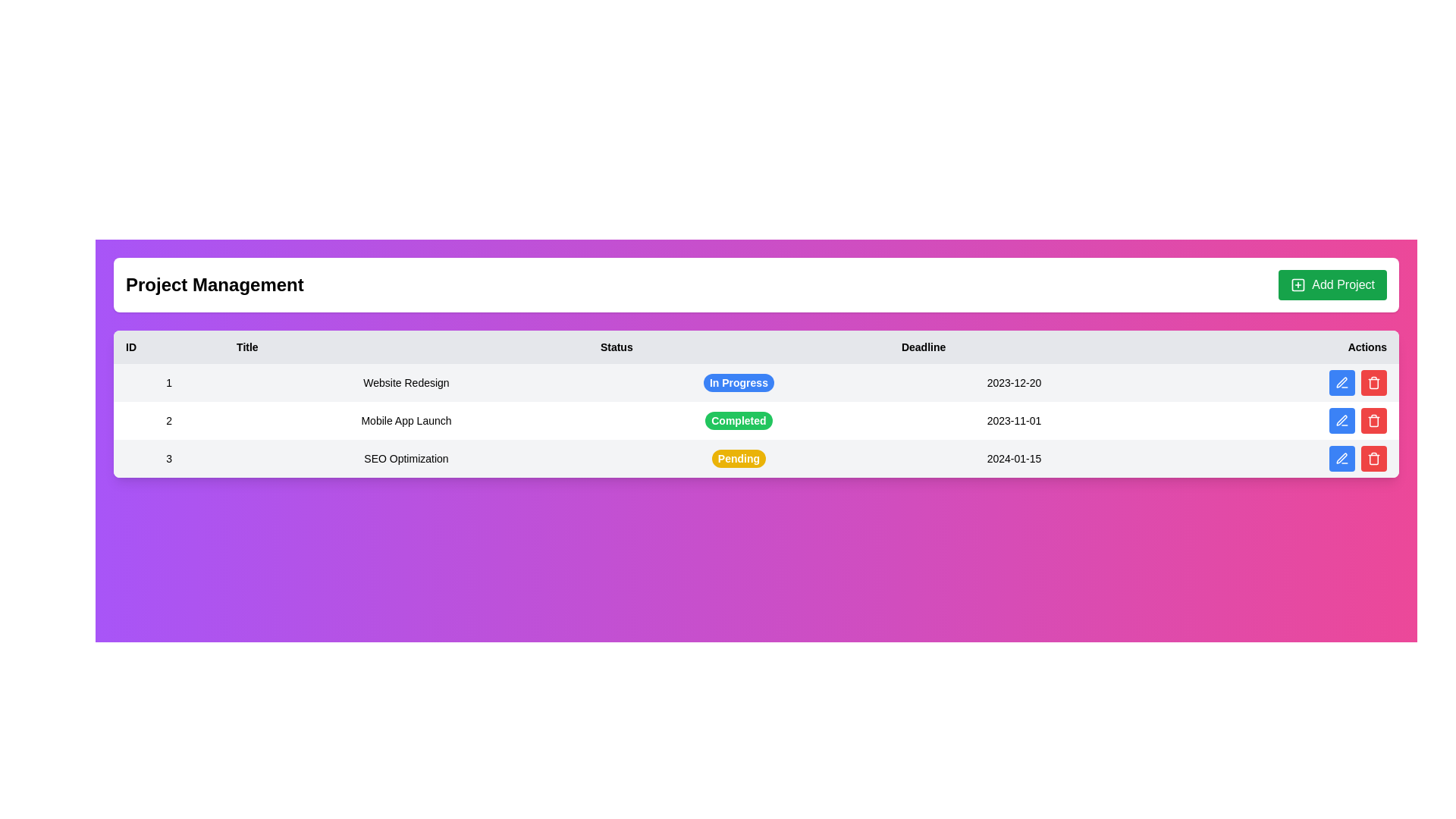  Describe the element at coordinates (1373, 421) in the screenshot. I see `the trash bin icon button with a rounded red background located in the rightmost column under the 'Actions' header for the 'SEO Optimization' row` at that location.